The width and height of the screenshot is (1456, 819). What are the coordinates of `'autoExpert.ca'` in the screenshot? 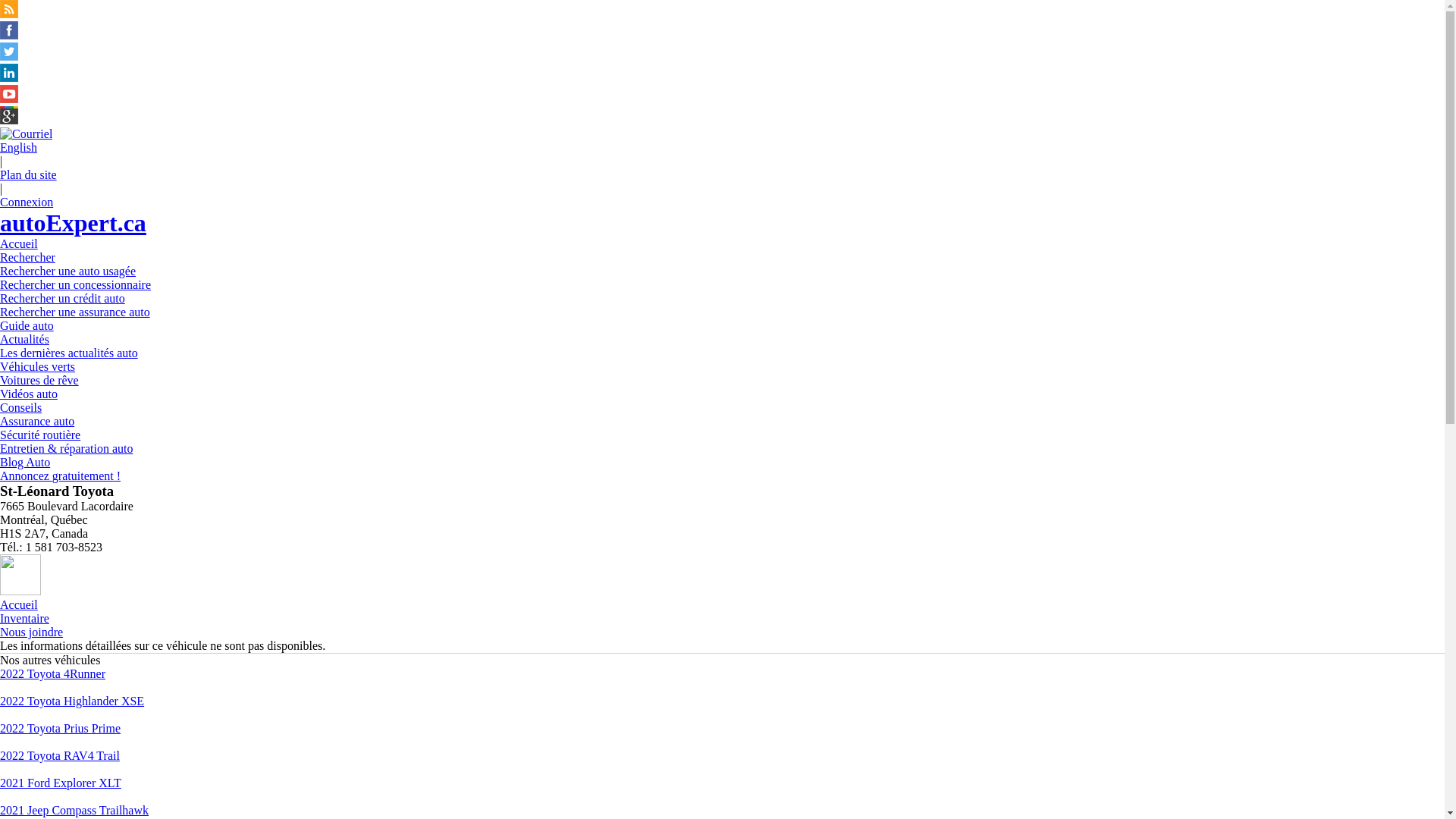 It's located at (72, 222).